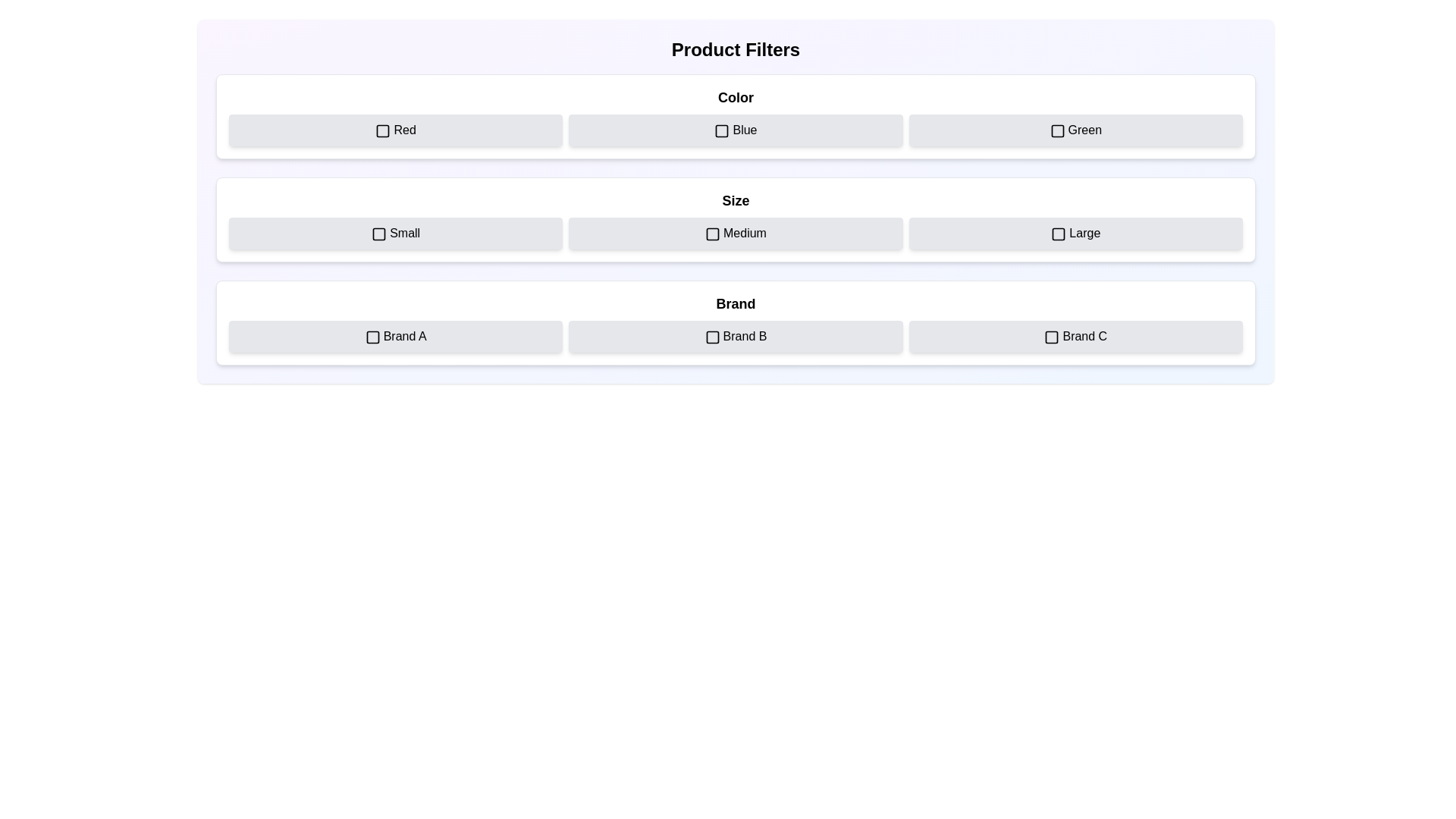 The image size is (1456, 819). I want to click on the square icon representing a checkbox or toggle state indicator, which is located within the button labeled 'Small' in the 'Size' group, so click(379, 234).